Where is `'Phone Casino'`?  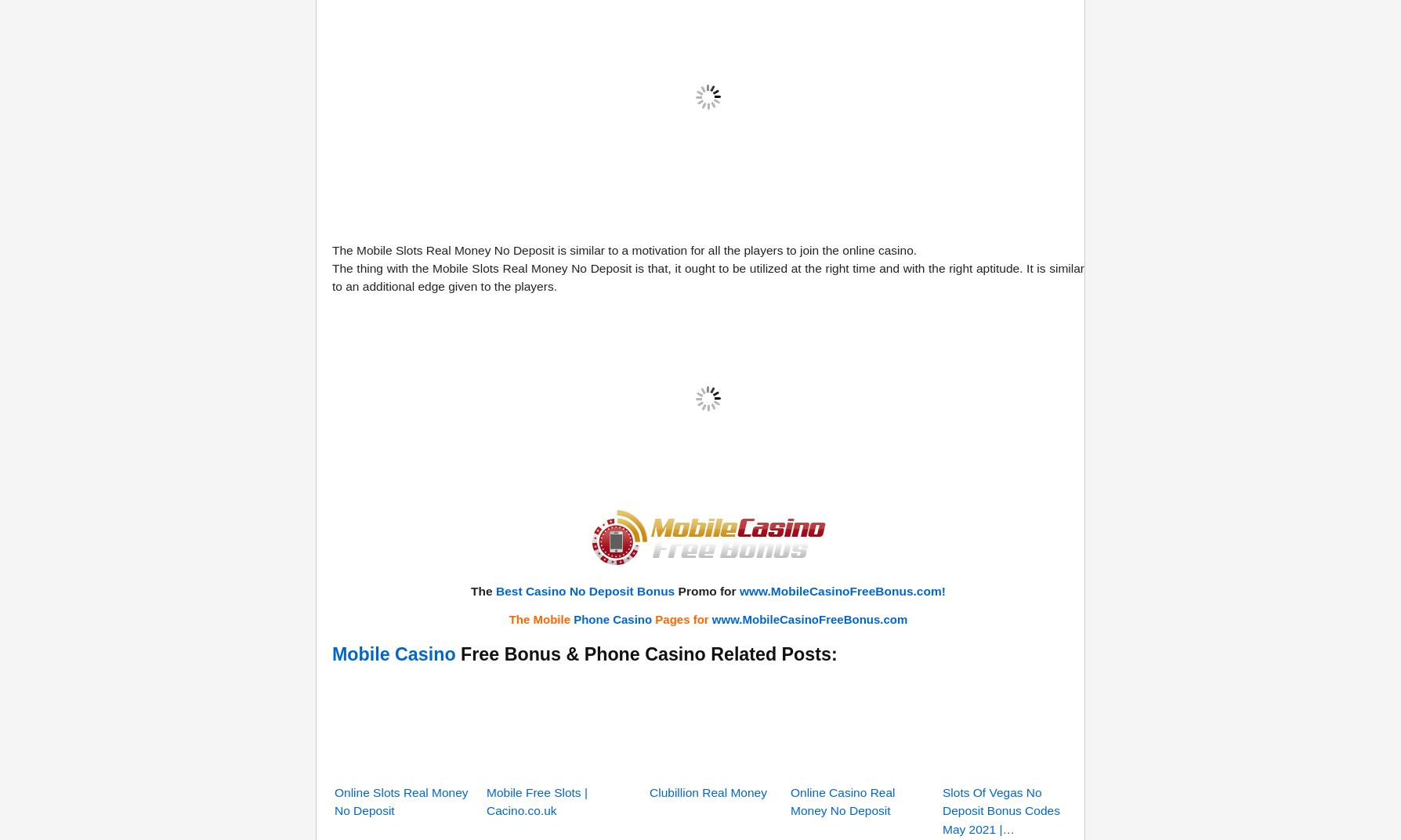
'Phone Casino' is located at coordinates (612, 422).